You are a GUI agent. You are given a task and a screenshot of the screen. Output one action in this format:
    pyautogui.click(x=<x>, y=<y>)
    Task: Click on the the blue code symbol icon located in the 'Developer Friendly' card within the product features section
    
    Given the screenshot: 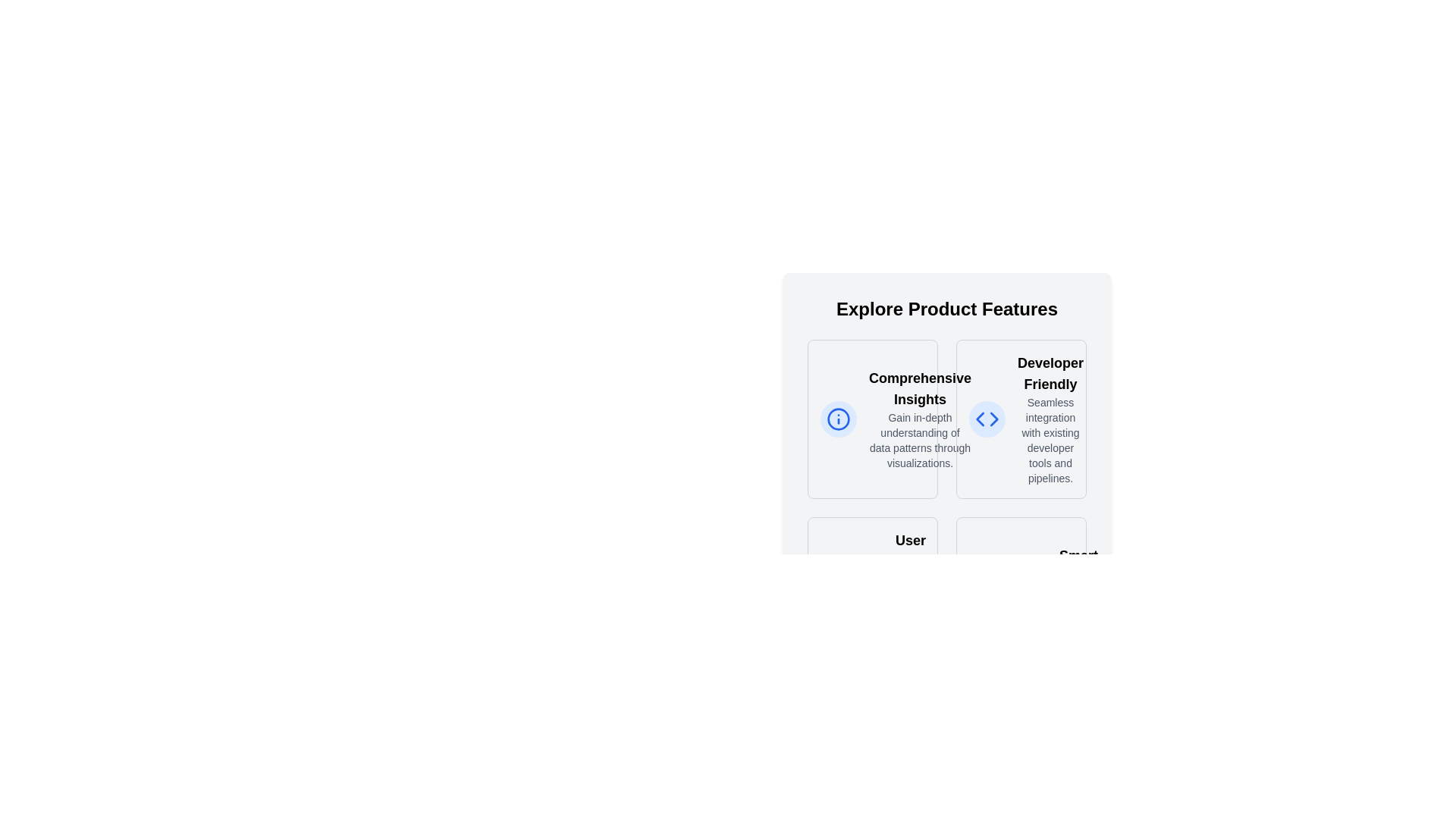 What is the action you would take?
    pyautogui.click(x=987, y=419)
    